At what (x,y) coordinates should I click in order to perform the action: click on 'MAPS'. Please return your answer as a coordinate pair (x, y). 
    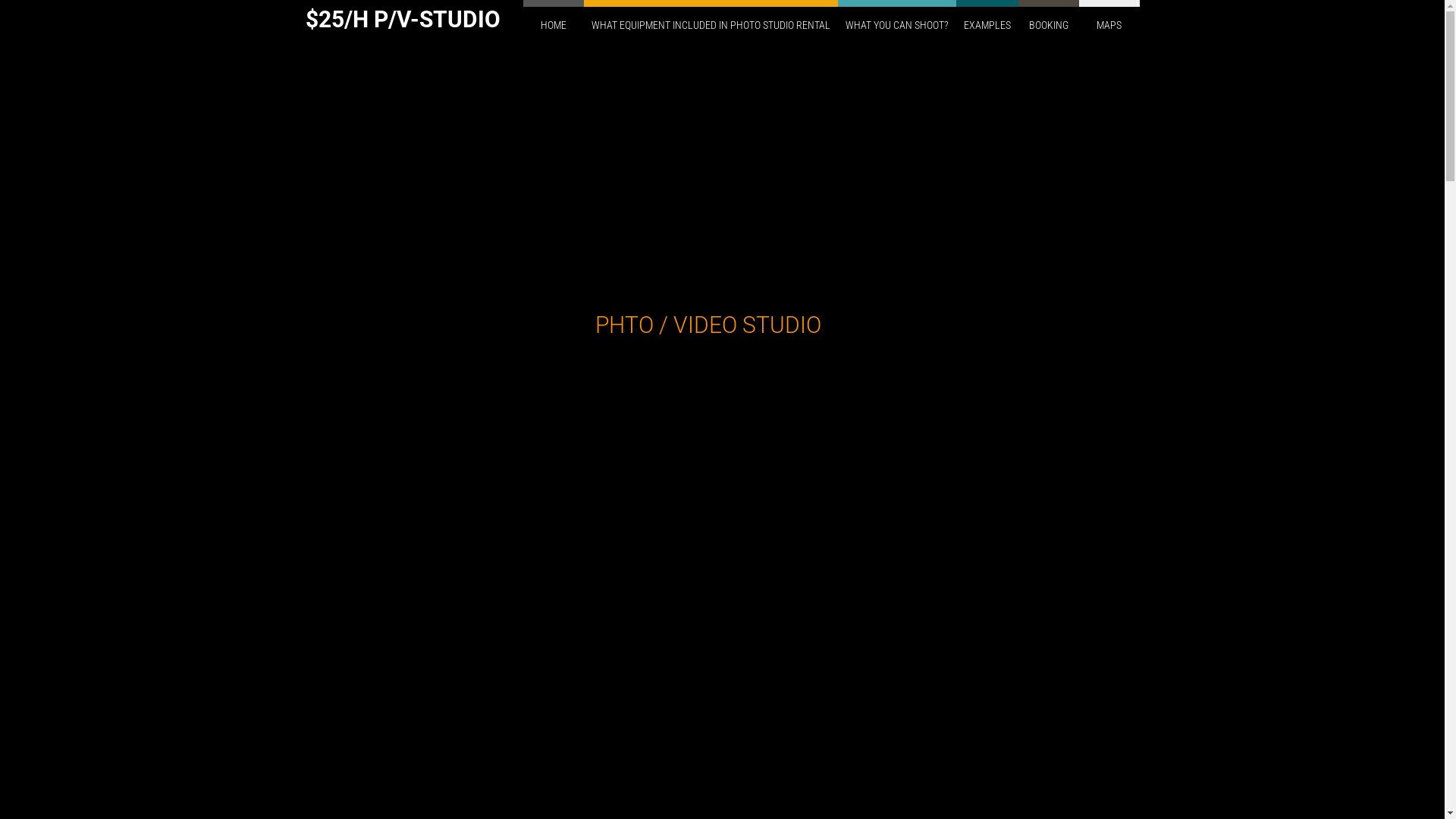
    Looking at the image, I should click on (1109, 24).